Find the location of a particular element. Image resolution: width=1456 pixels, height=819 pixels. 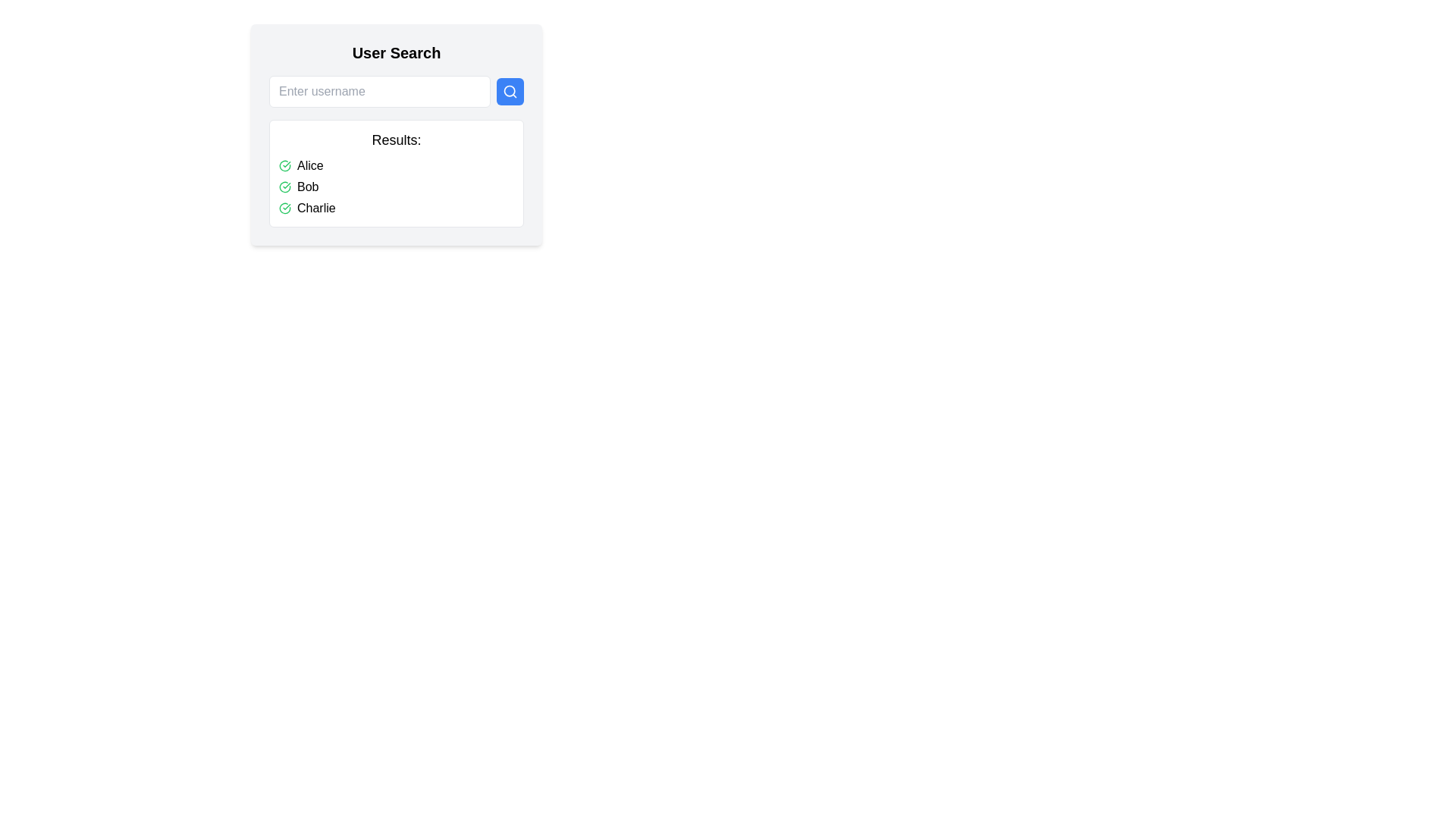

the username text label 'Alice' which is the top item in the search results and has a green checkmark indicating its selected status is located at coordinates (309, 166).